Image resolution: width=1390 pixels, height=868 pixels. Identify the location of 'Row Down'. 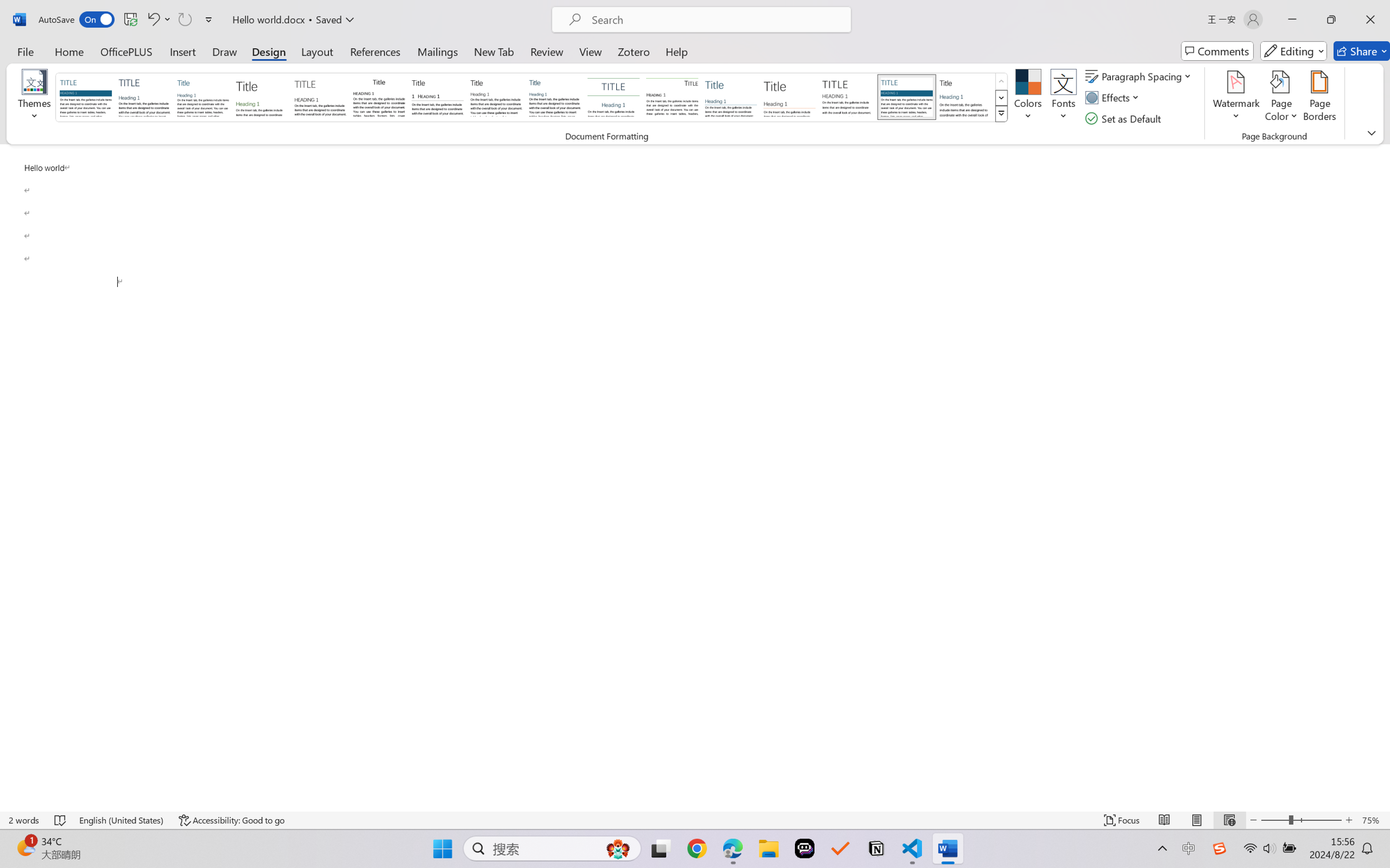
(1001, 98).